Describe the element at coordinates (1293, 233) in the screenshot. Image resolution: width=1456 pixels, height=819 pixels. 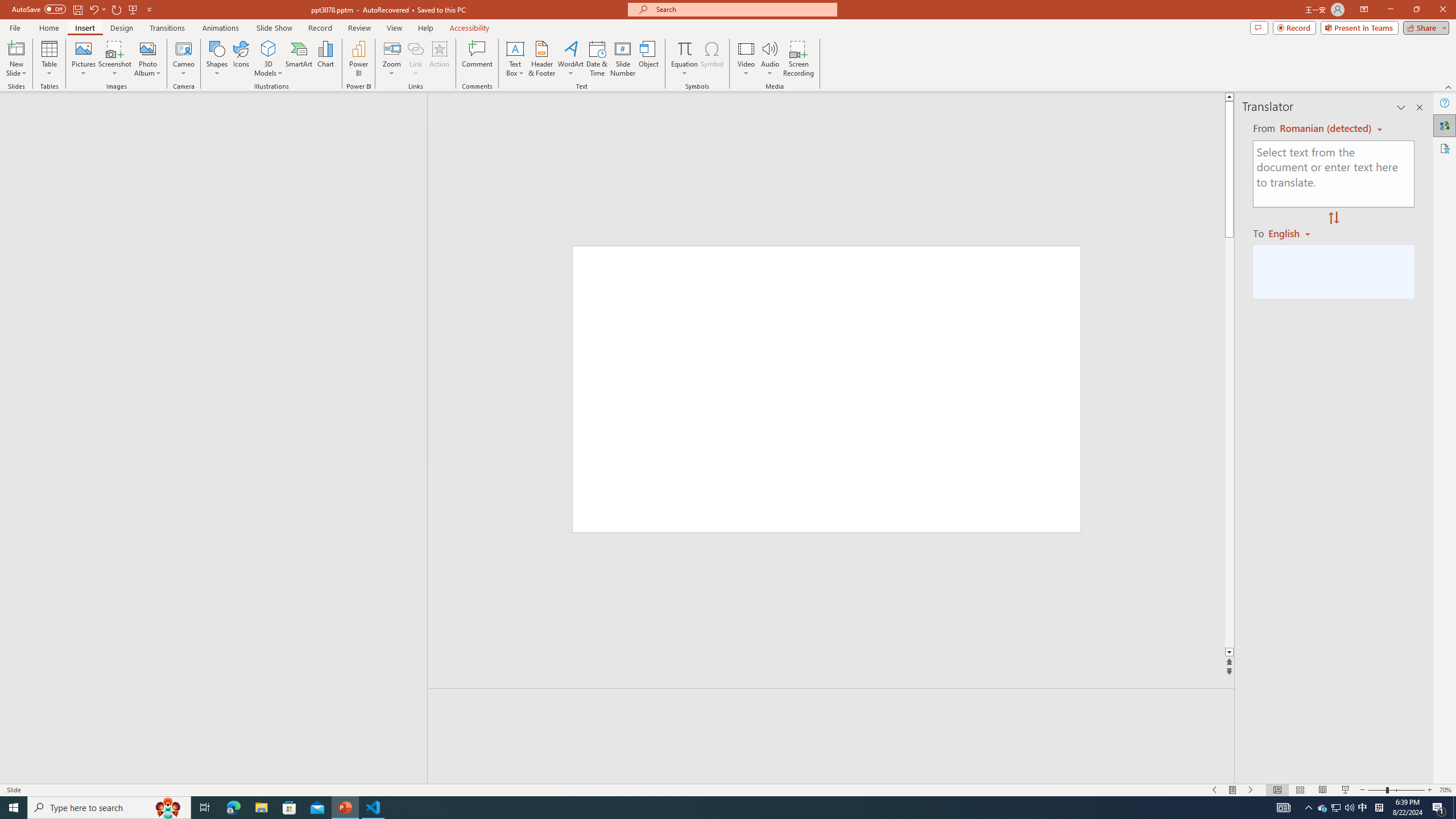
I see `'Romanian'` at that location.